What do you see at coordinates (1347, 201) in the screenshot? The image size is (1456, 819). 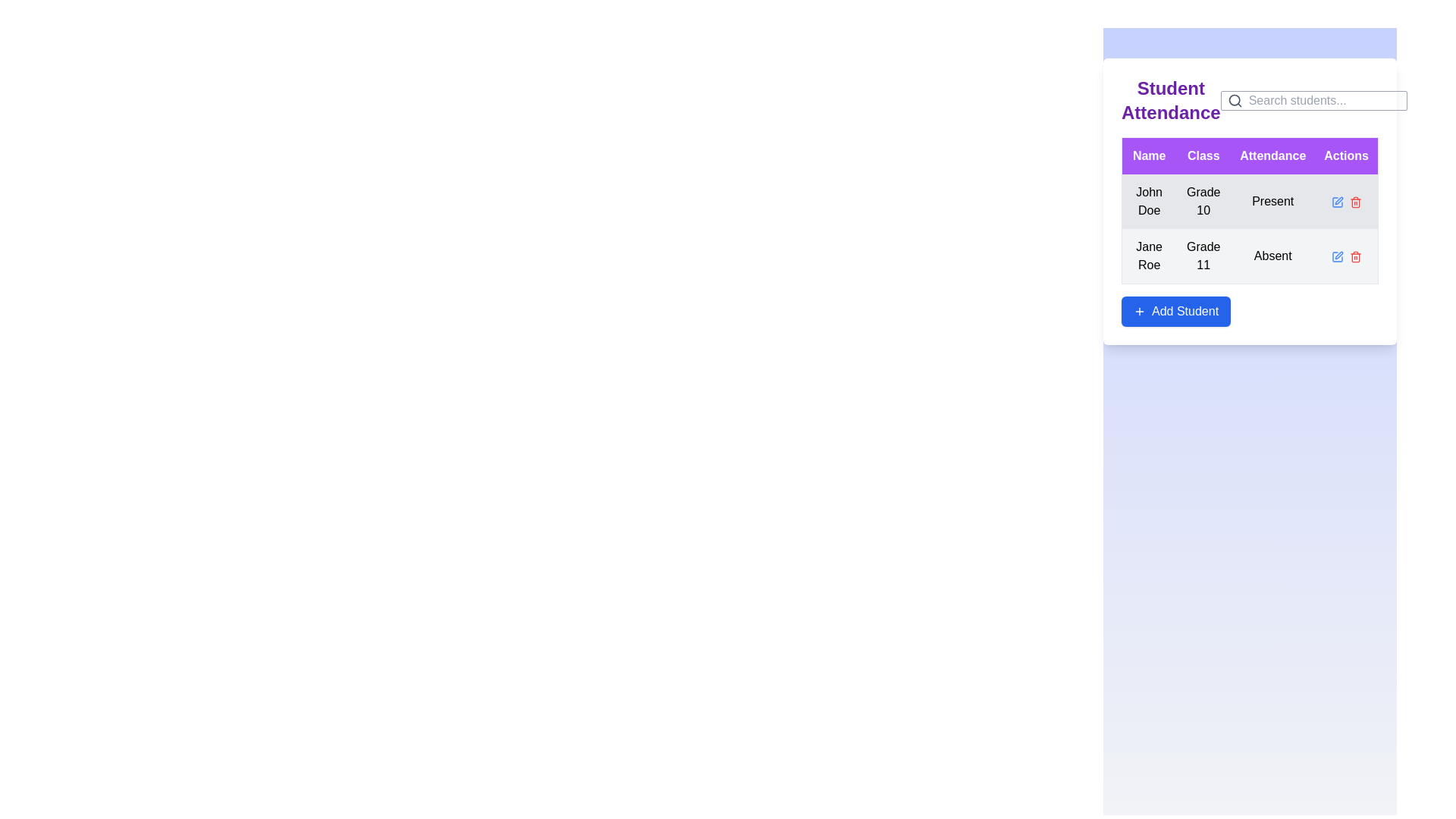 I see `the delete icon in the Actions column of the first row` at bounding box center [1347, 201].